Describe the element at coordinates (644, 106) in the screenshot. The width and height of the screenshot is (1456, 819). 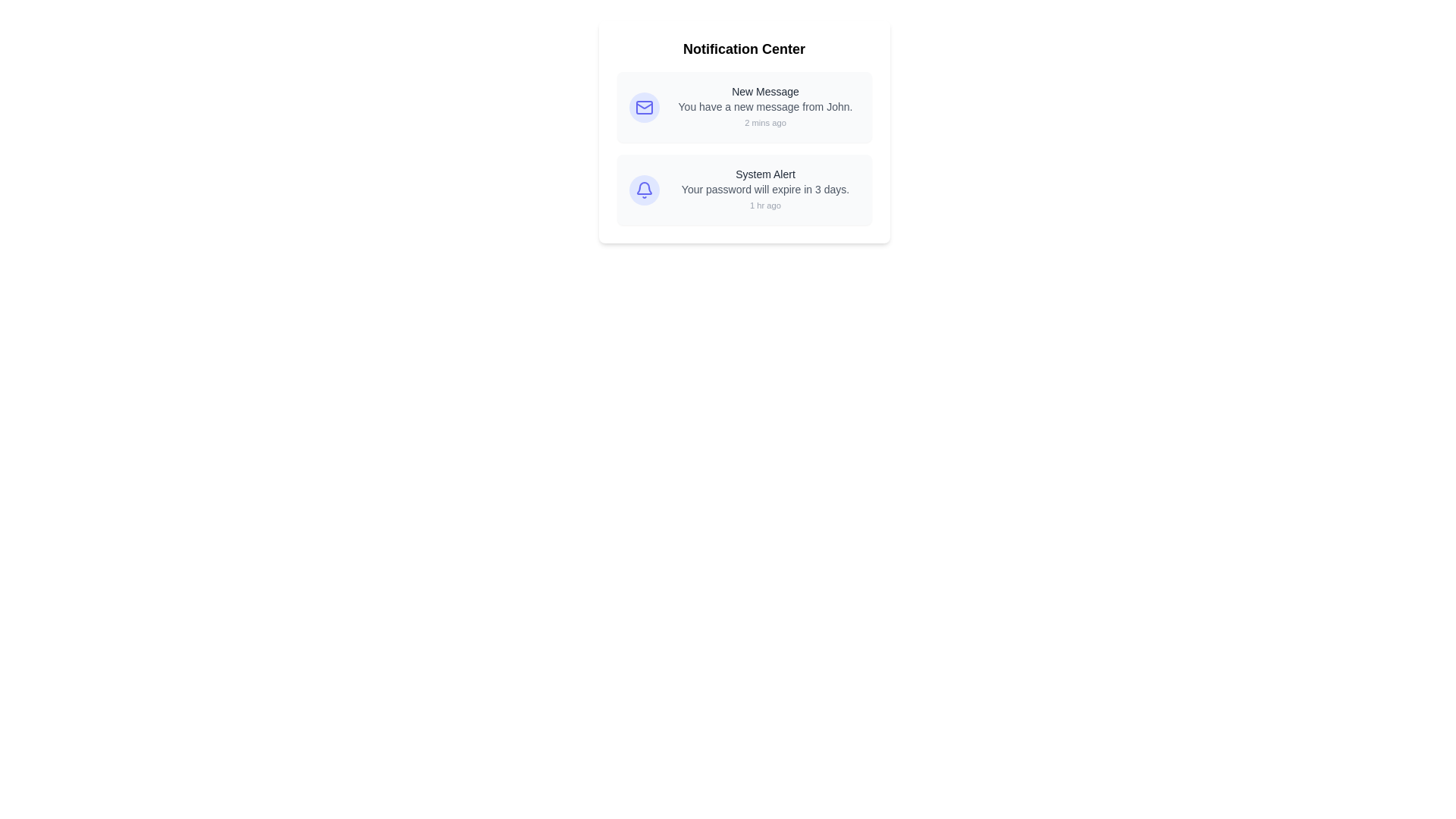
I see `the notification icon that indicates a new email or message notification, located in the top notification card, near the text 'New Message'` at that location.